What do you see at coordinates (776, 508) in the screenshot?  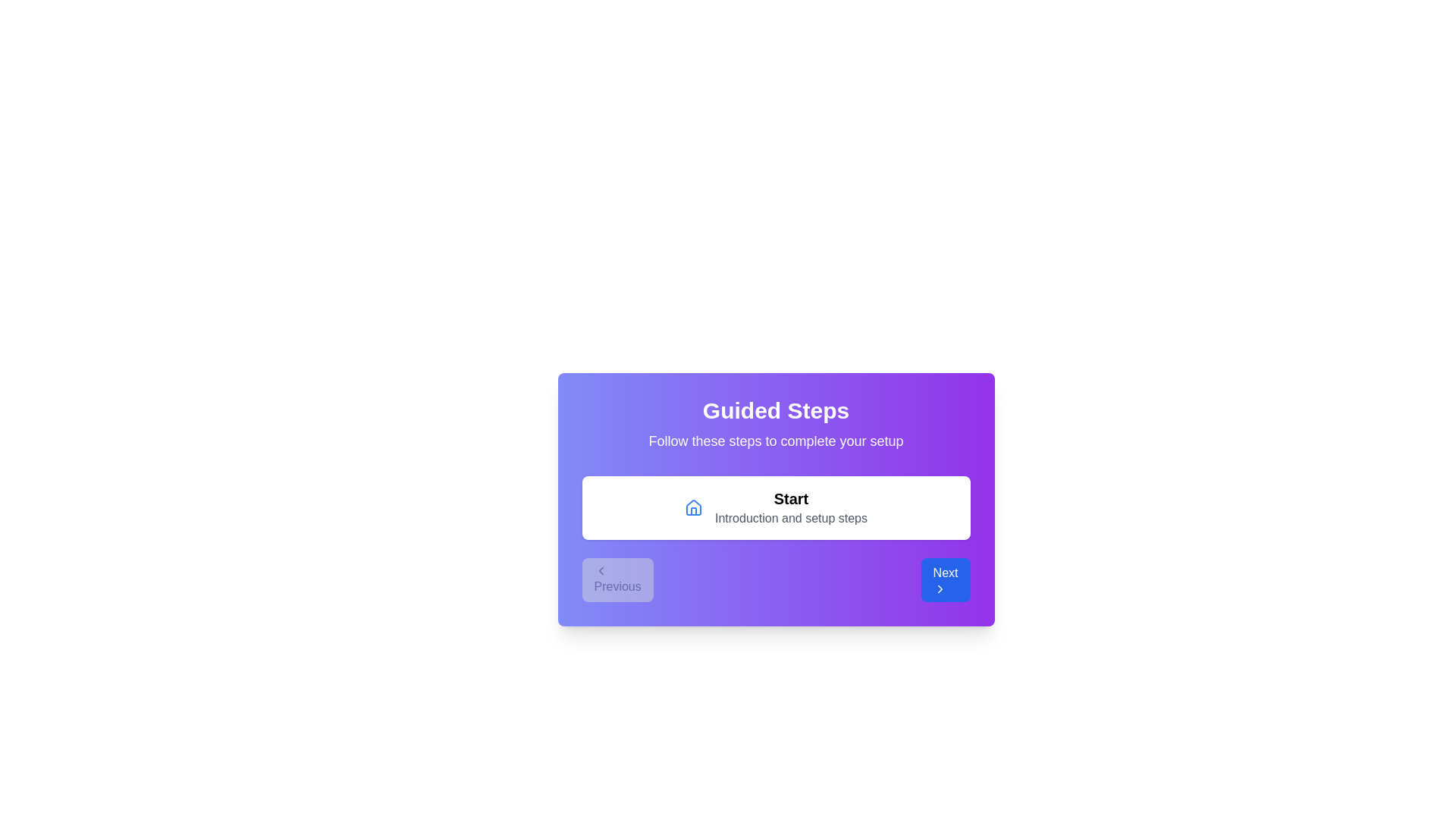 I see `the button label located below the 'Guided Steps' heading and above the 'Previous' and 'Next' navigation buttons` at bounding box center [776, 508].